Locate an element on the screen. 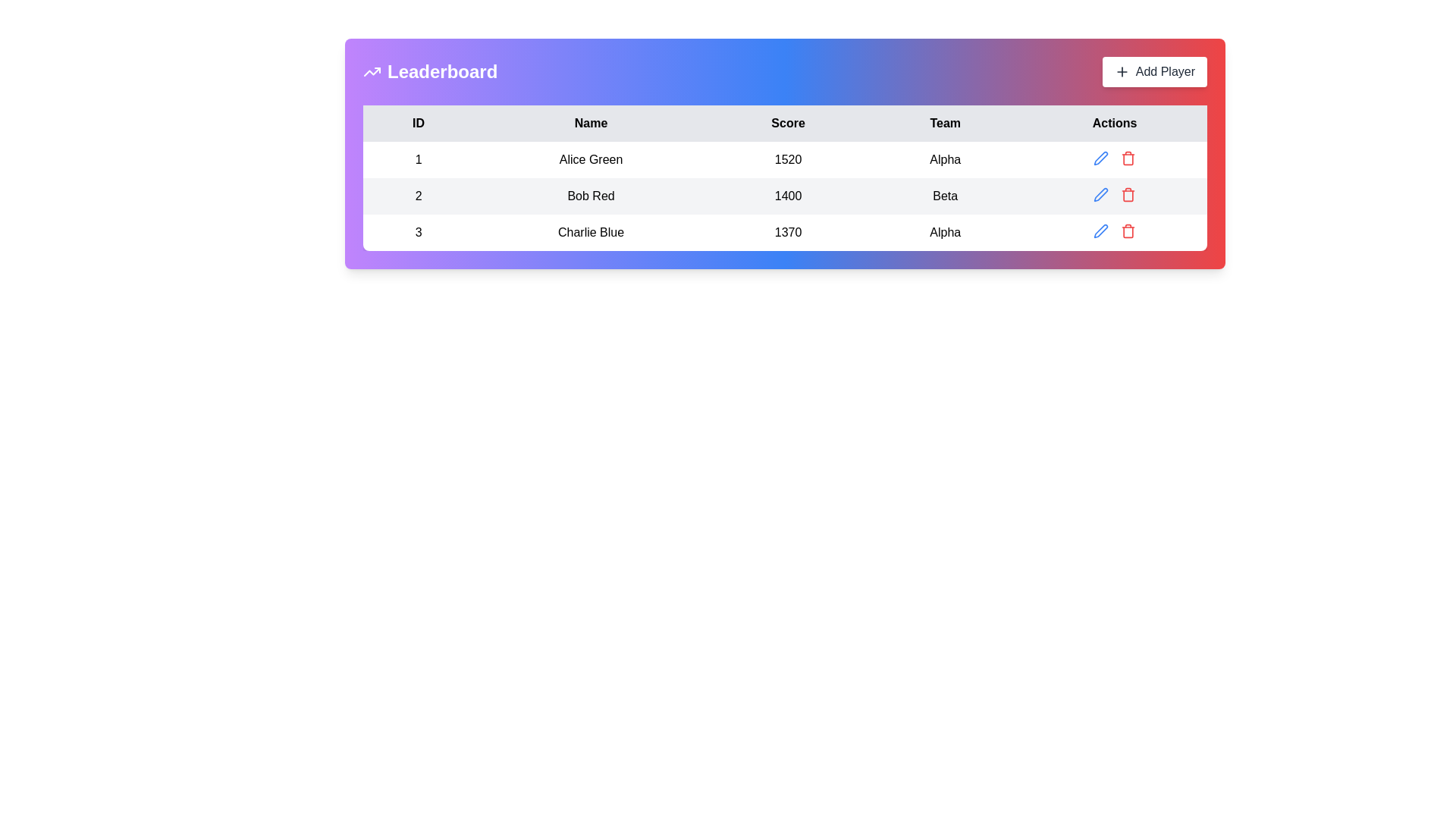  the table cell that represents the ID number for the user 'Alice Green', which is located directly to the left of the cell containing 'Alice Green' is located at coordinates (419, 160).